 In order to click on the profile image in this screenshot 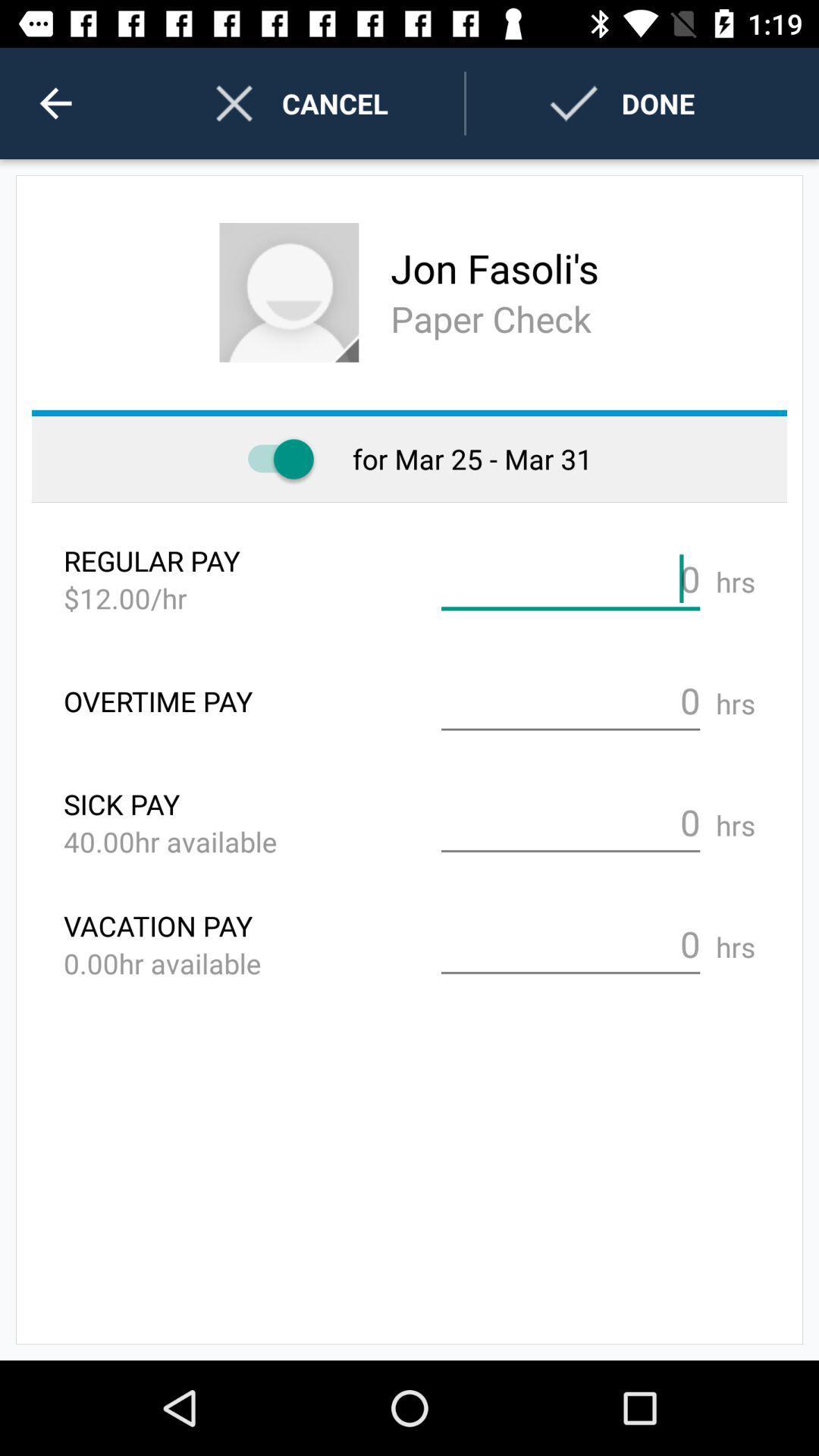, I will do `click(289, 292)`.